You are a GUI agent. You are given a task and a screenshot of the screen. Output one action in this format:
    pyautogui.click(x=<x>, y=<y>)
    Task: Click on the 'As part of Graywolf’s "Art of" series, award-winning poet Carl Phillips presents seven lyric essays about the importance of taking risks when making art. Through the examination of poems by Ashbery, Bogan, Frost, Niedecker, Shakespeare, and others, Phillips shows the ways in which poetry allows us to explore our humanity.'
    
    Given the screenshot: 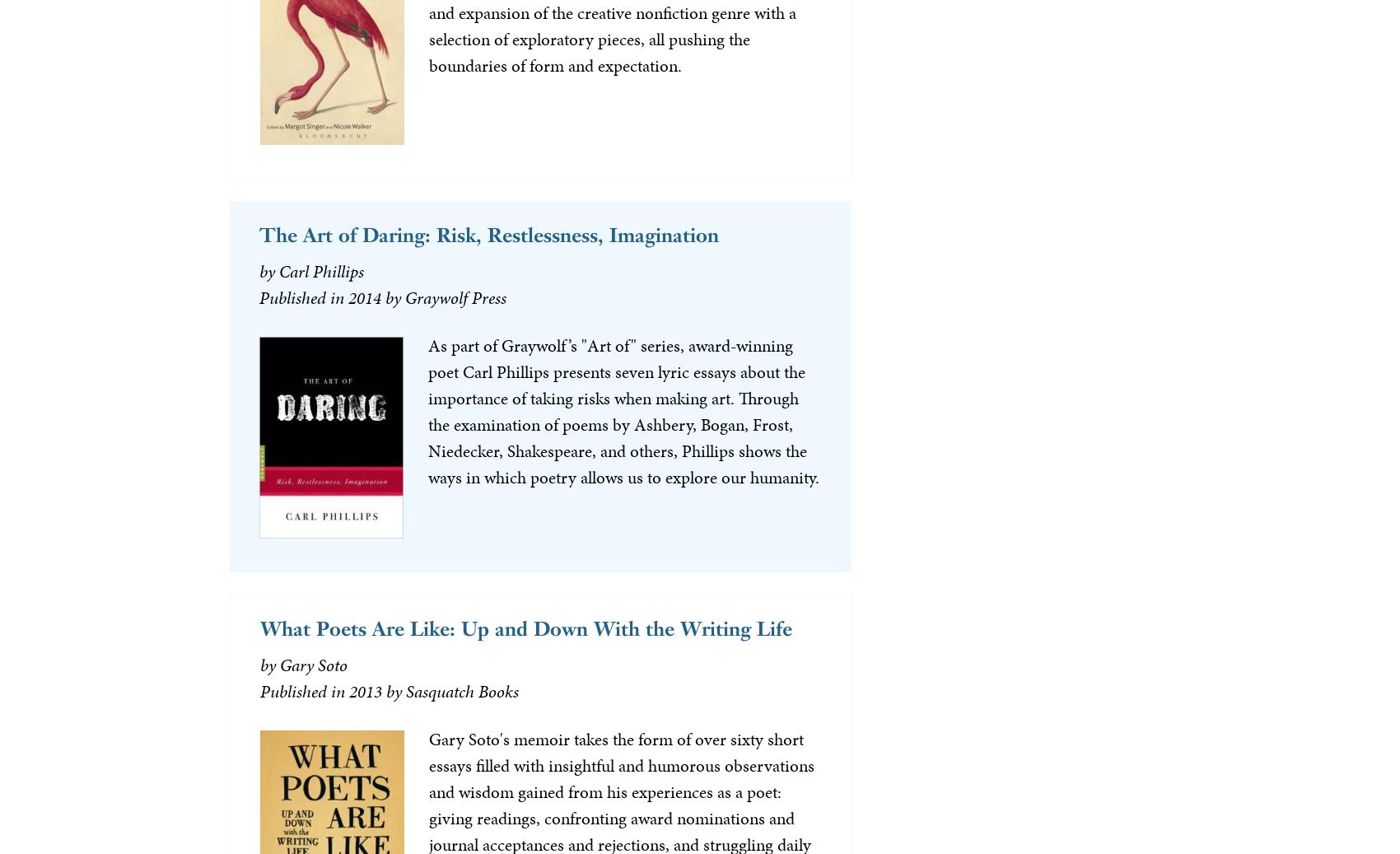 What is the action you would take?
    pyautogui.click(x=622, y=410)
    